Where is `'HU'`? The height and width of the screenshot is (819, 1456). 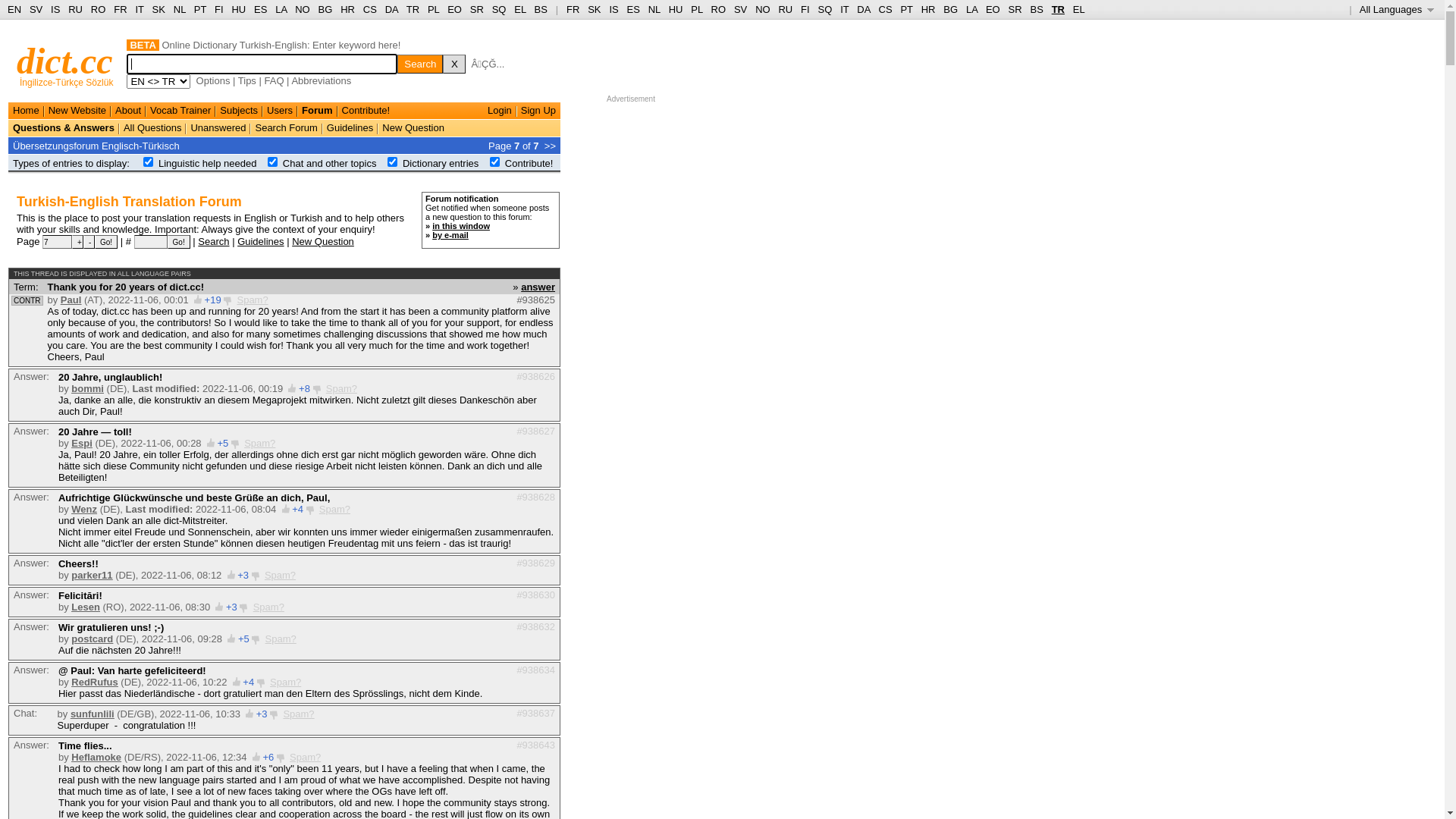 'HU' is located at coordinates (675, 9).